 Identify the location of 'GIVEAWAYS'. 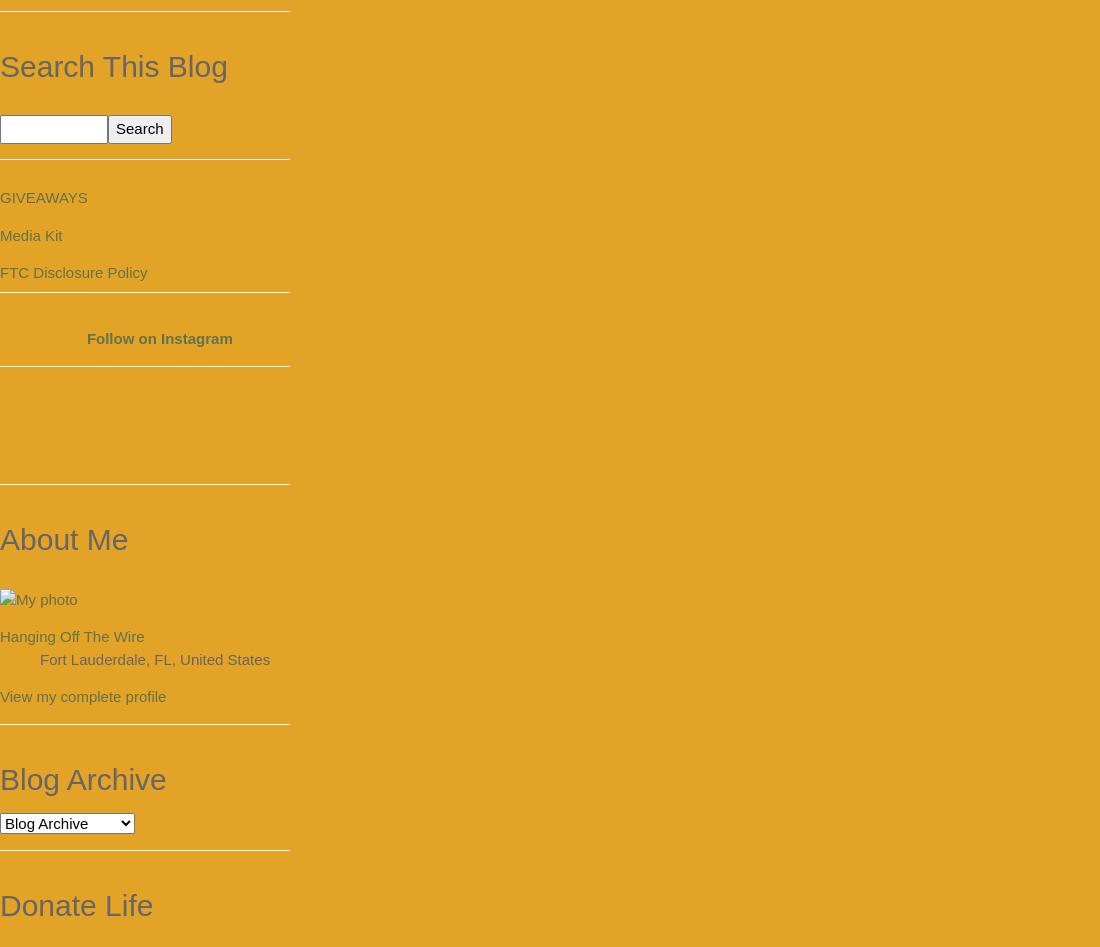
(42, 197).